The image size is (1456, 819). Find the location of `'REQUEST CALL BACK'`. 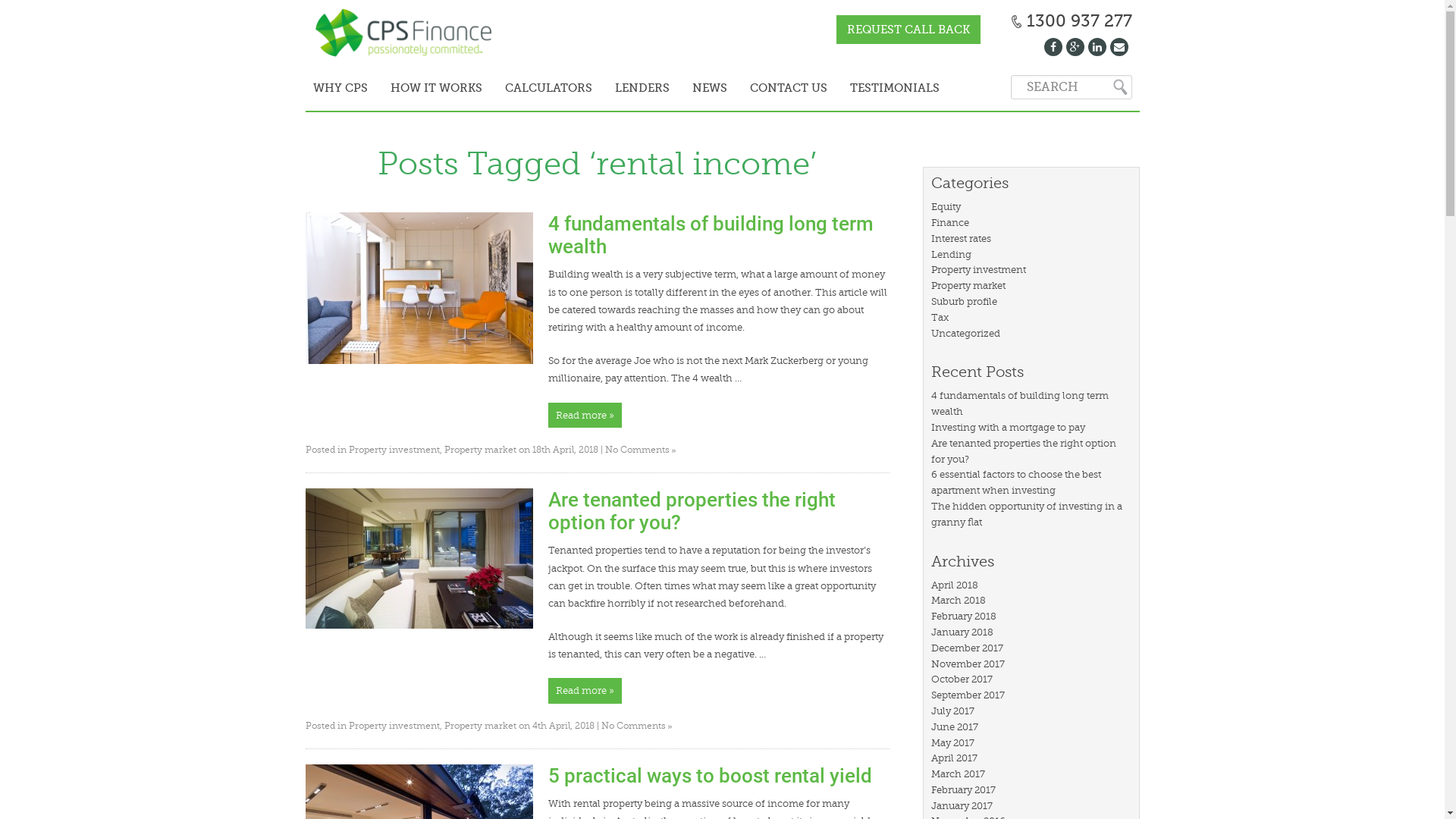

'REQUEST CALL BACK' is located at coordinates (907, 29).